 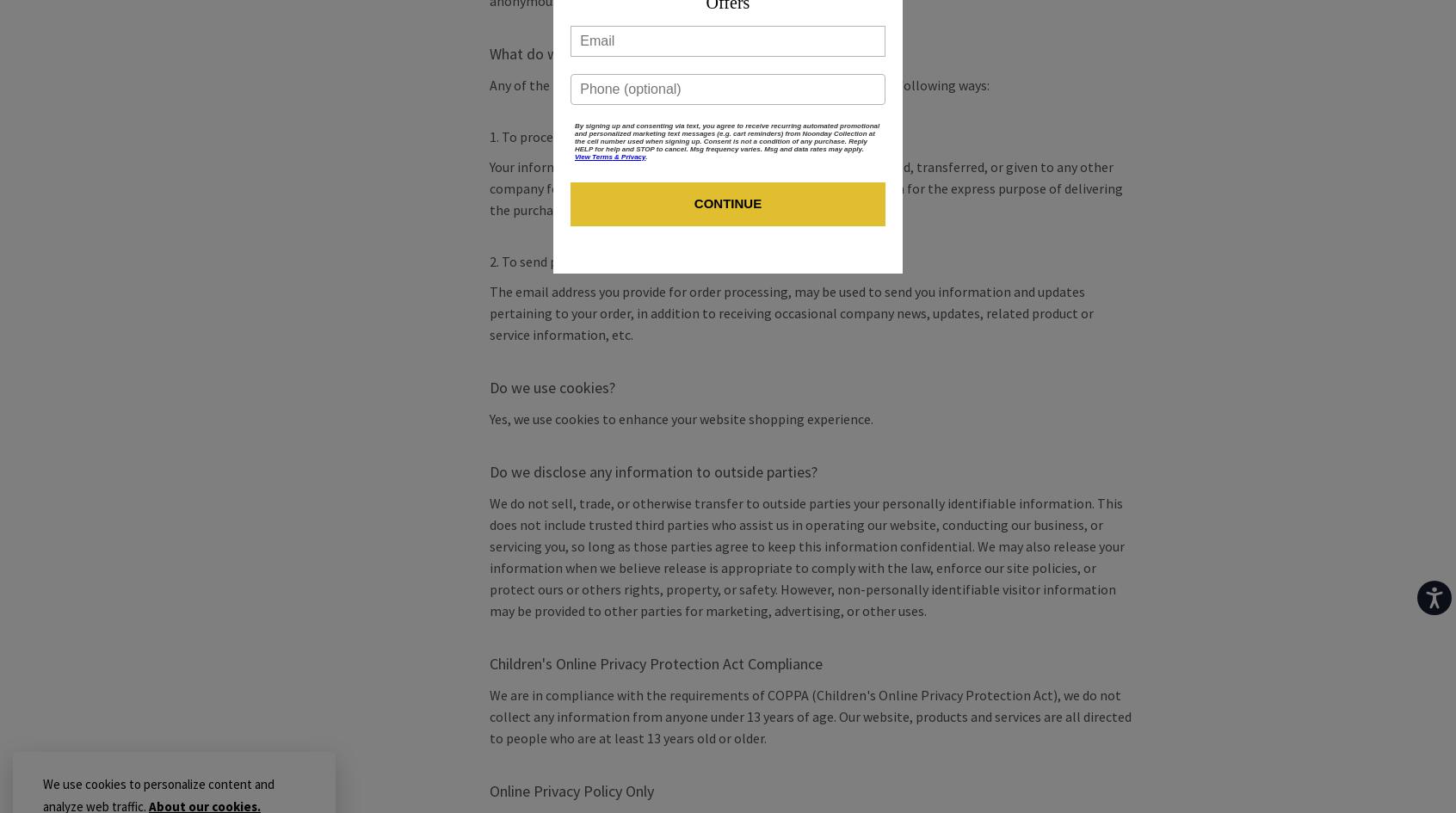 I want to click on 'We do not sell, trade, or otherwise transfer to outside parties your personally identifiable information. This does not include trusted third parties who assist us in operating our website, conducting our business, or servicing you, so long as those parties agree to keep this information confidential. We may also release your information when we believe release is appropriate to comply with the law, enforce our site policies, or protect ours or others rights, property, or safety. However, non-personally identifiable visitor information may be provided to other parties for marketing, advertising, or other uses.', so click(x=806, y=556).